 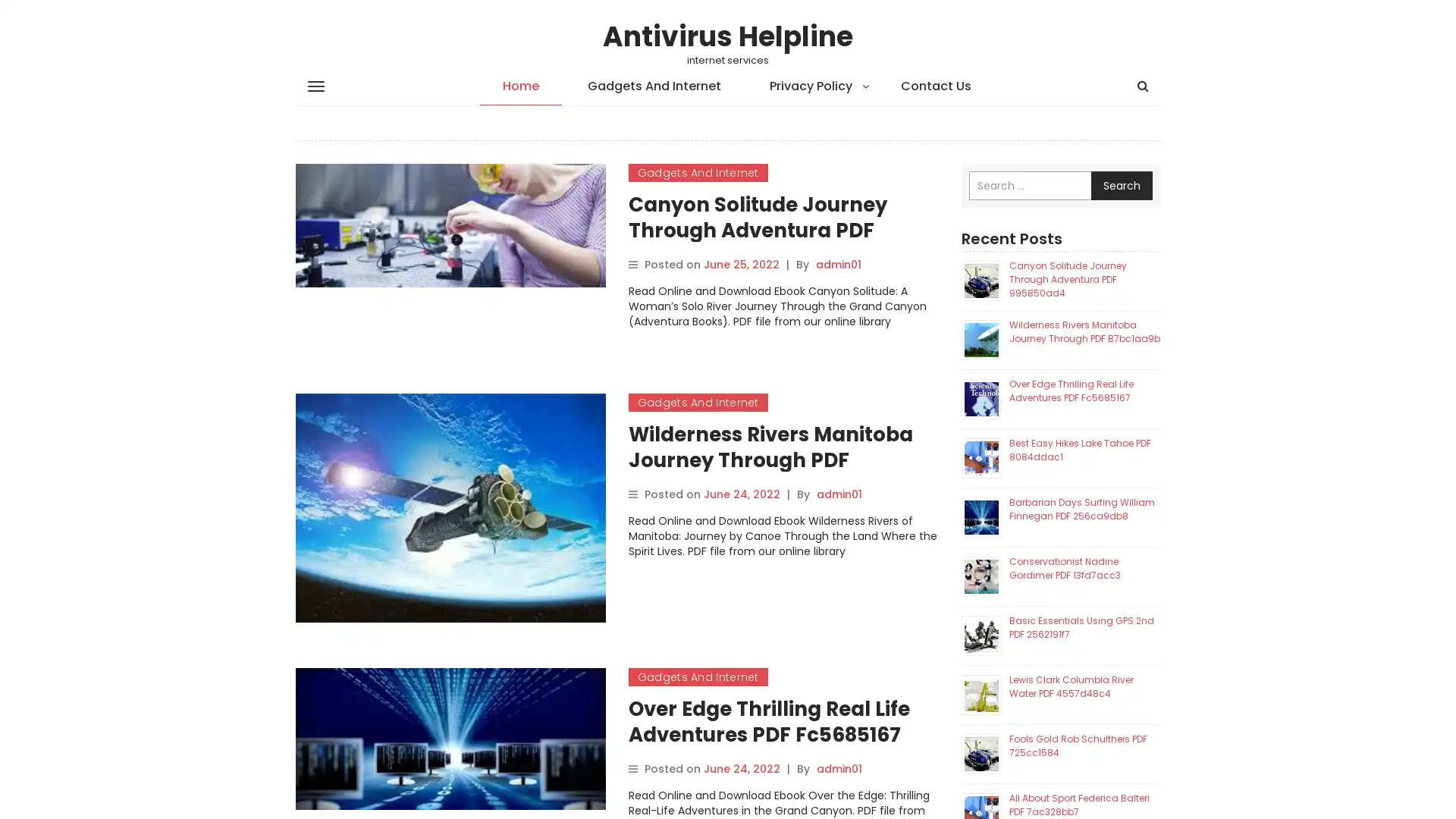 What do you see at coordinates (1122, 185) in the screenshot?
I see `Search` at bounding box center [1122, 185].